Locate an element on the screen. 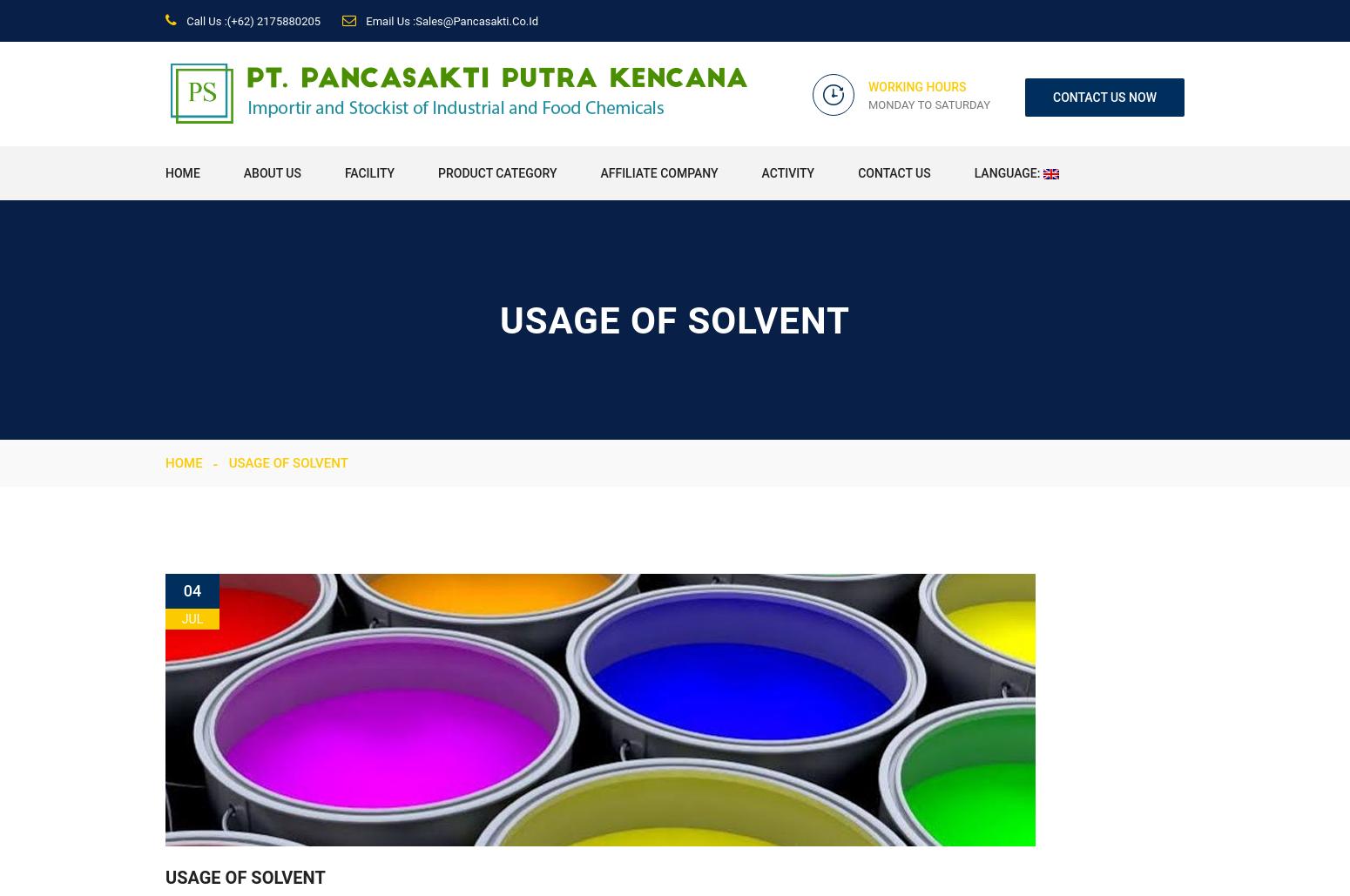 The image size is (1350, 896). 'Jul' is located at coordinates (191, 618).